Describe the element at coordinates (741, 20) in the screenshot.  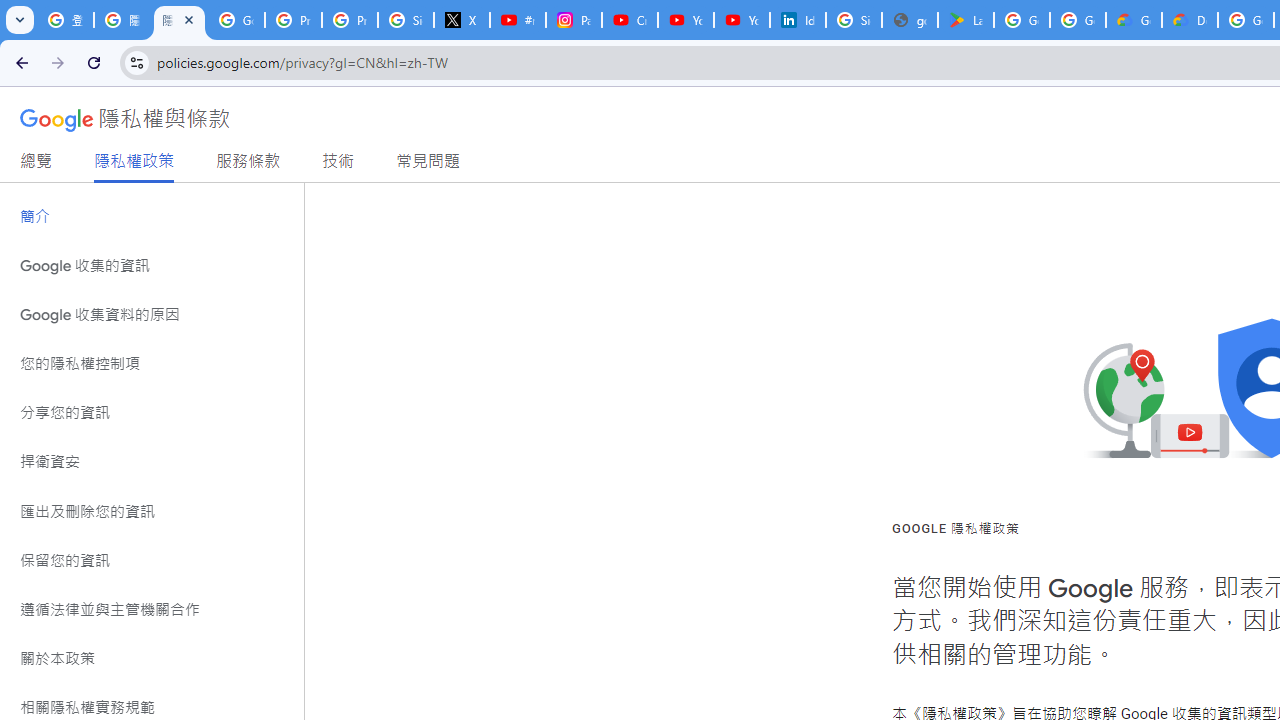
I see `'YouTube Culture & Trends - YouTube Top 10, 2021'` at that location.